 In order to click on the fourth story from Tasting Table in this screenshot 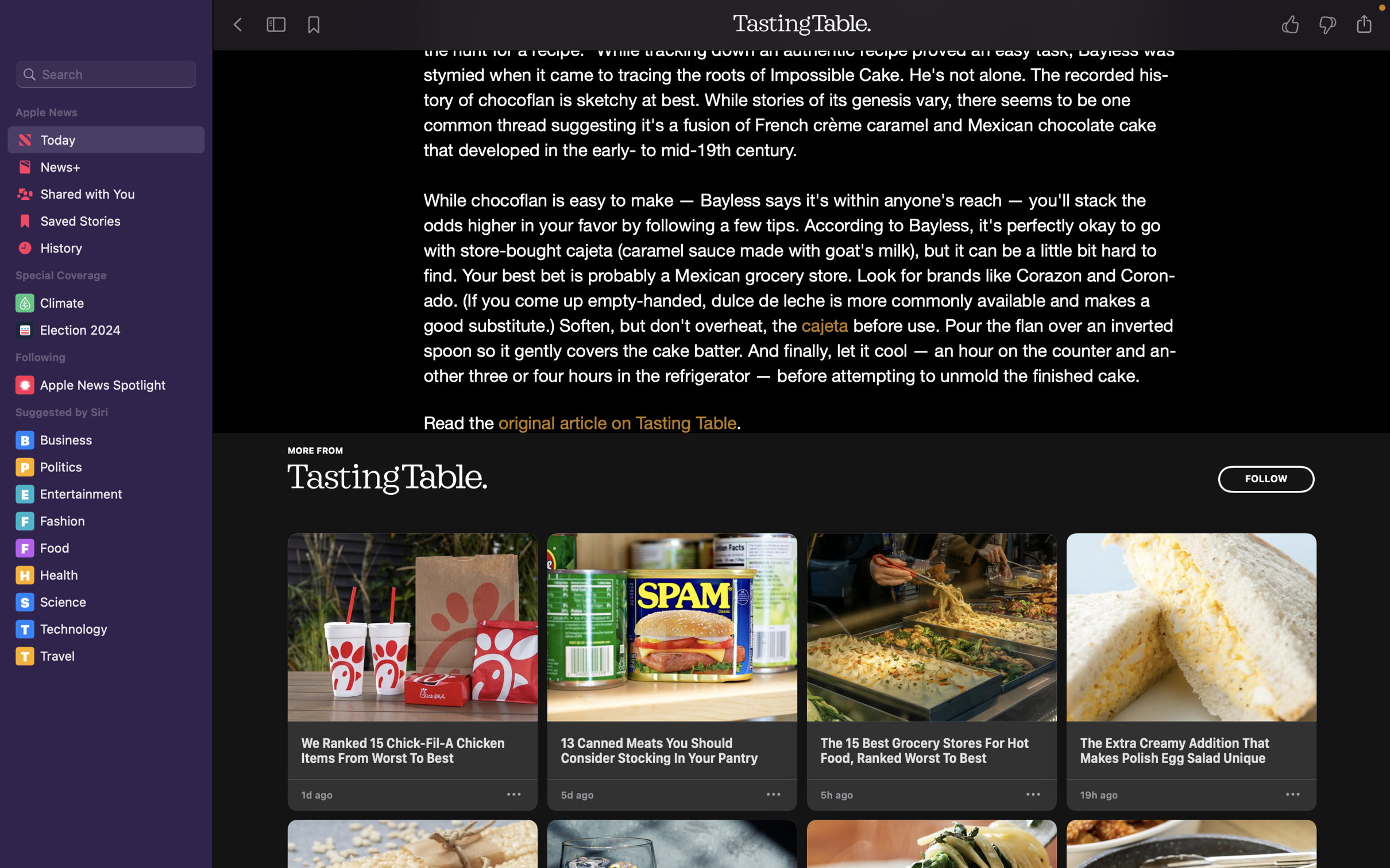, I will do `click(1191, 656)`.